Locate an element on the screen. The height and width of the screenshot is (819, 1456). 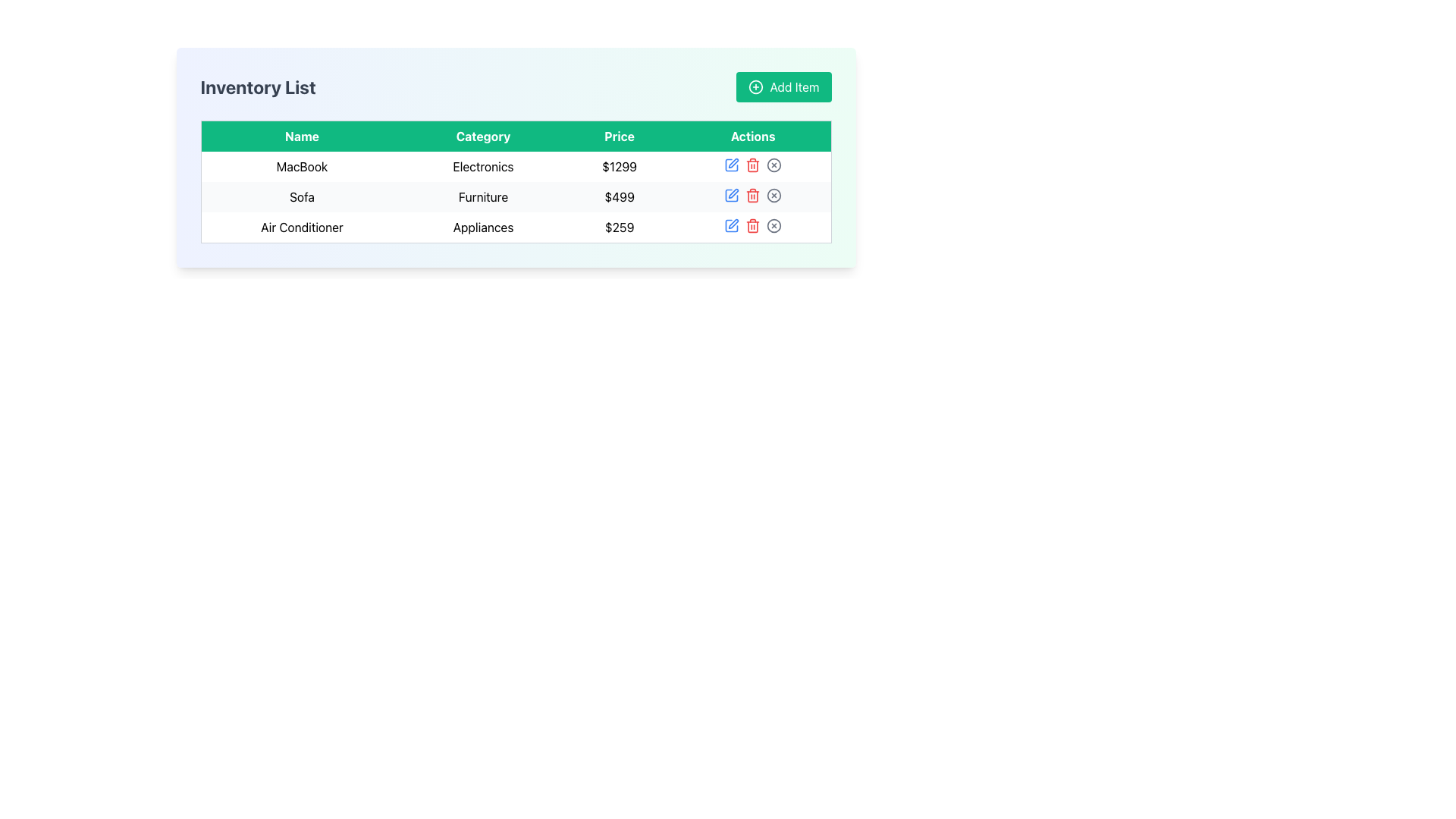
the second icon from the left in the 'Actions' column of the third row in the table is located at coordinates (733, 224).